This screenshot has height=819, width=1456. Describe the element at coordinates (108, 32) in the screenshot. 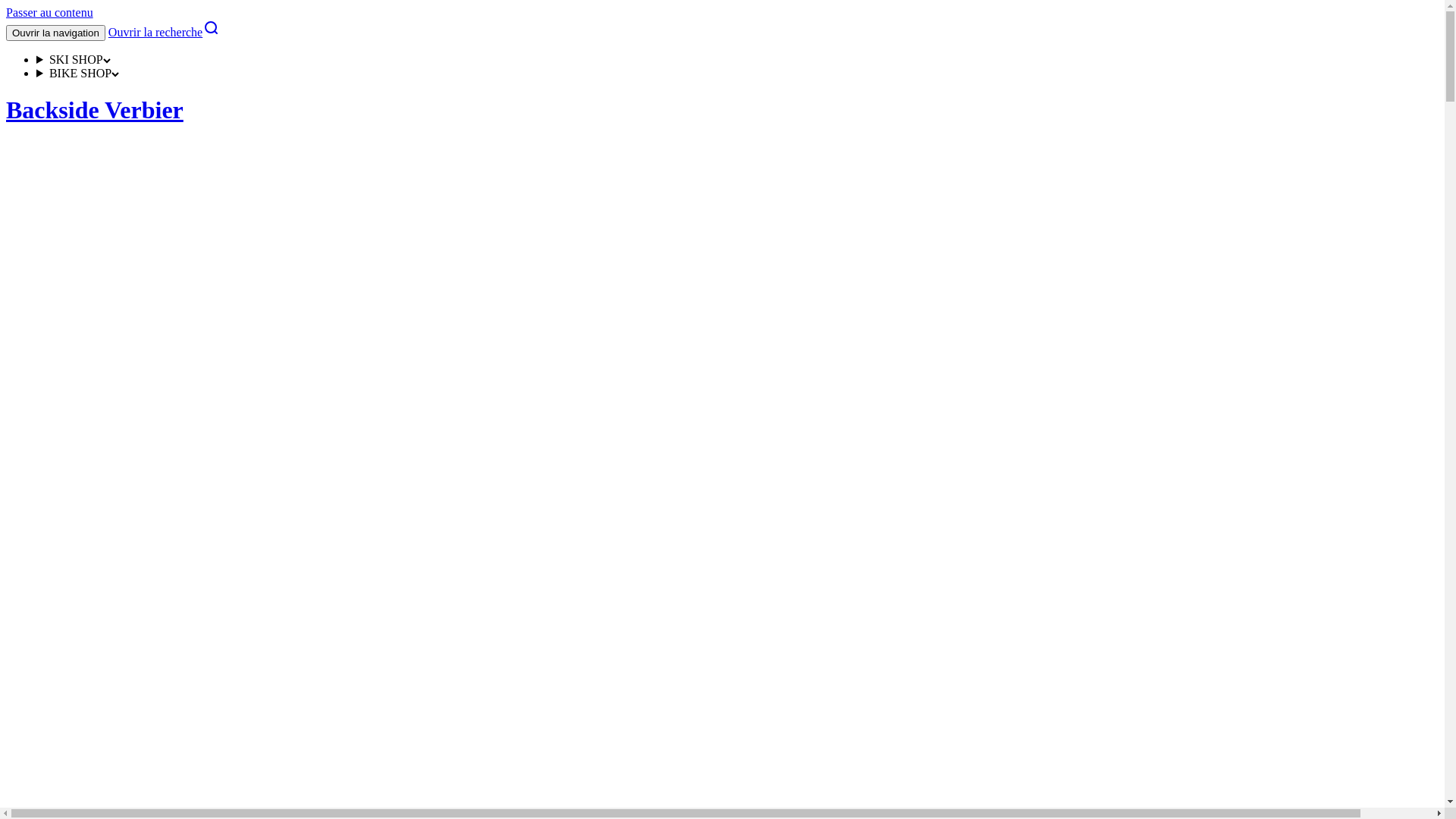

I see `'Ouvrir la recherche'` at that location.